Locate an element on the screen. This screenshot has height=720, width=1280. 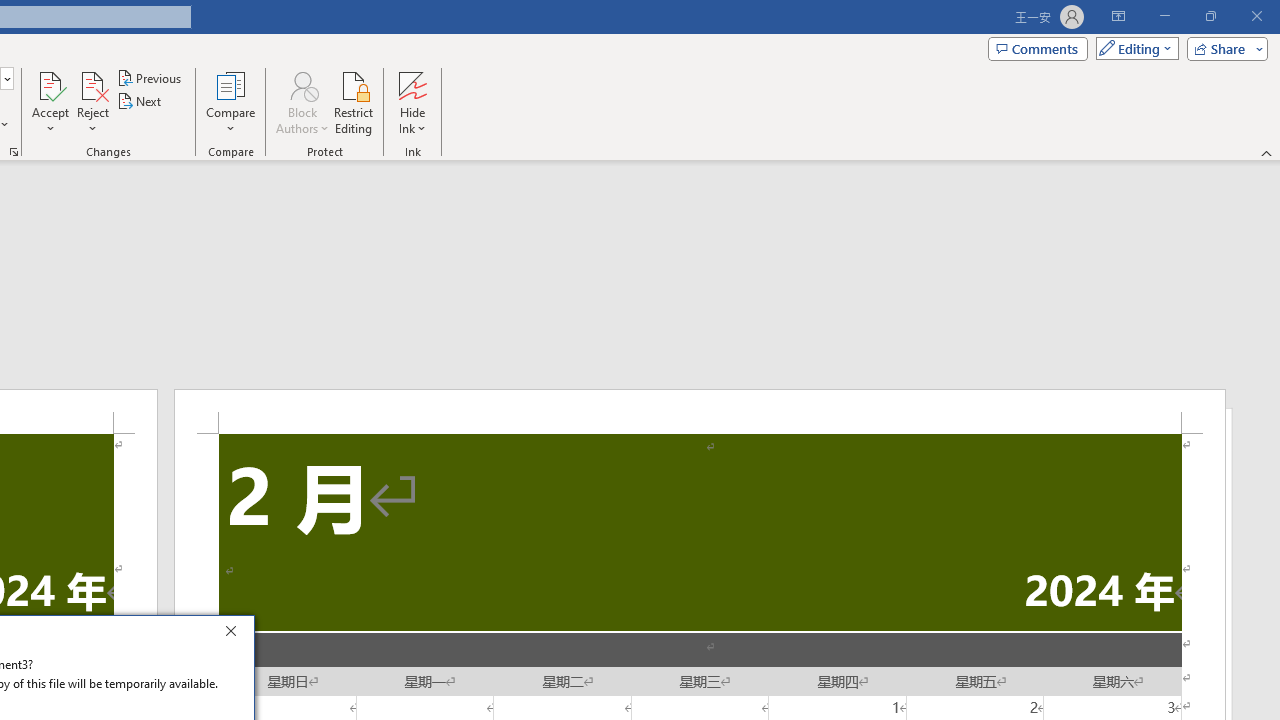
'Accept and Move to Next' is located at coordinates (50, 84).